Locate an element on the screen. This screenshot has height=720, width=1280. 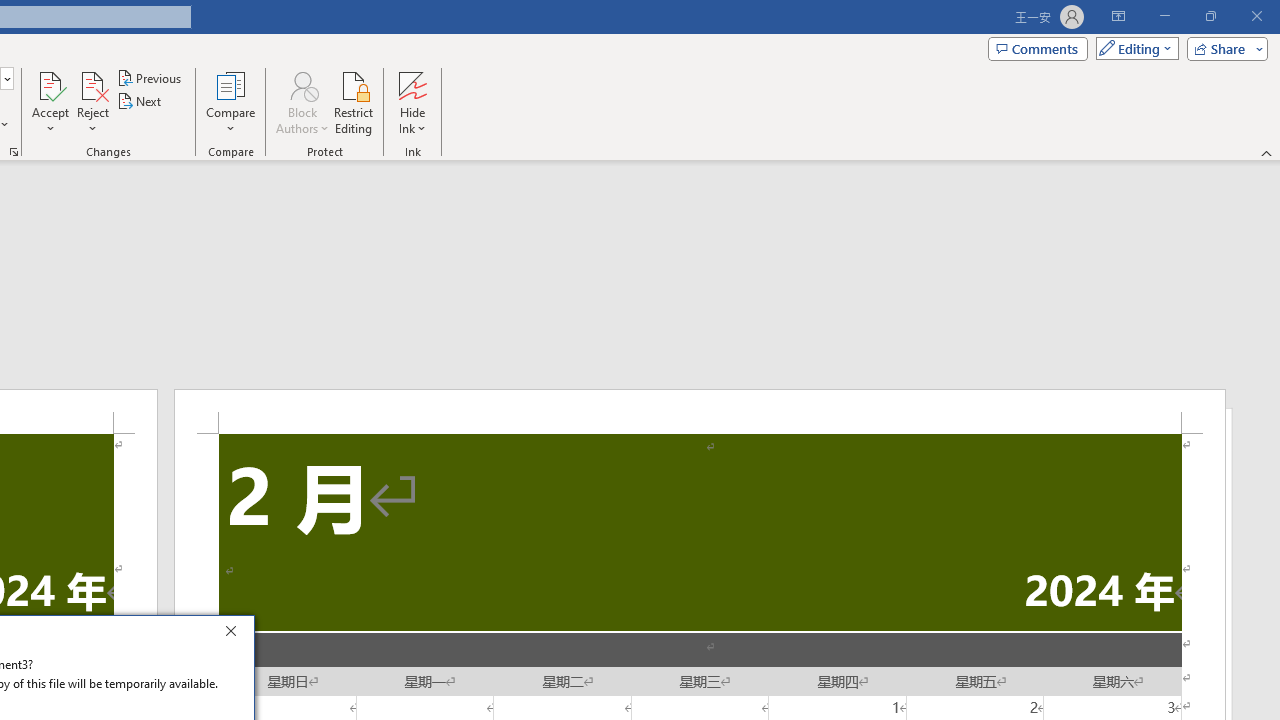
'Accept and Move to Next' is located at coordinates (50, 84).